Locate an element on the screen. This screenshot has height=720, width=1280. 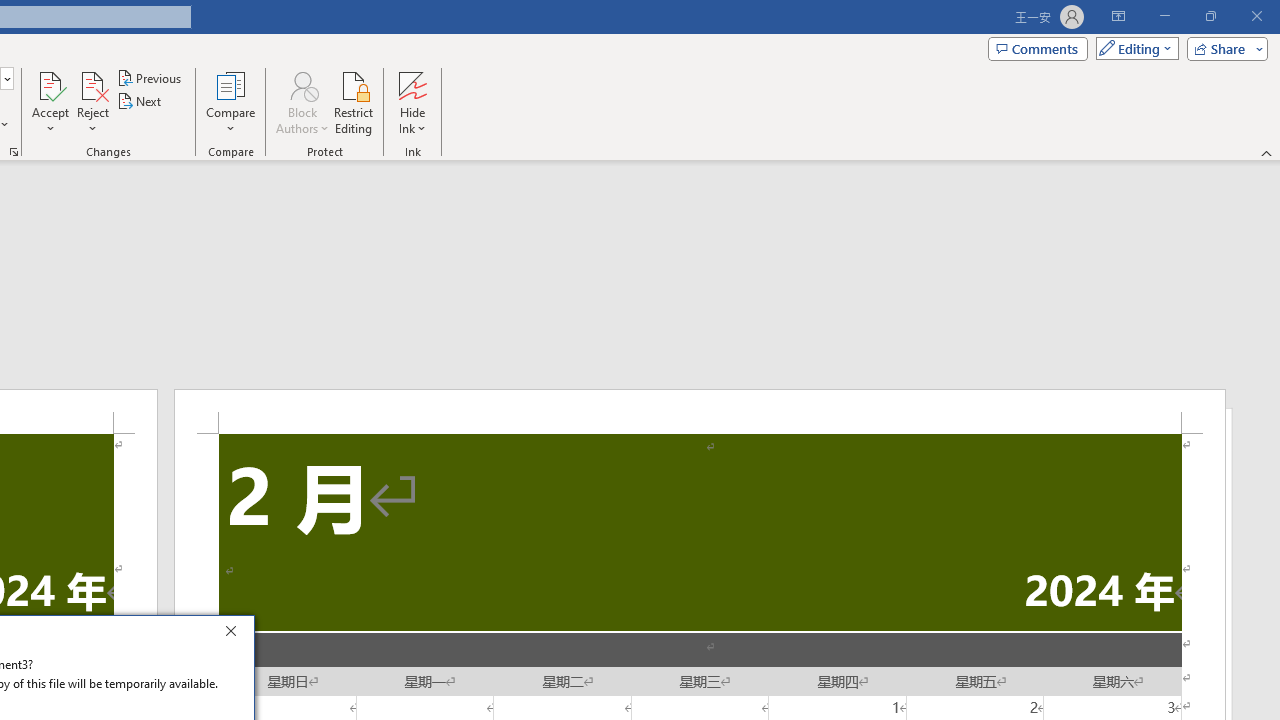
'Accept and Move to Next' is located at coordinates (50, 84).